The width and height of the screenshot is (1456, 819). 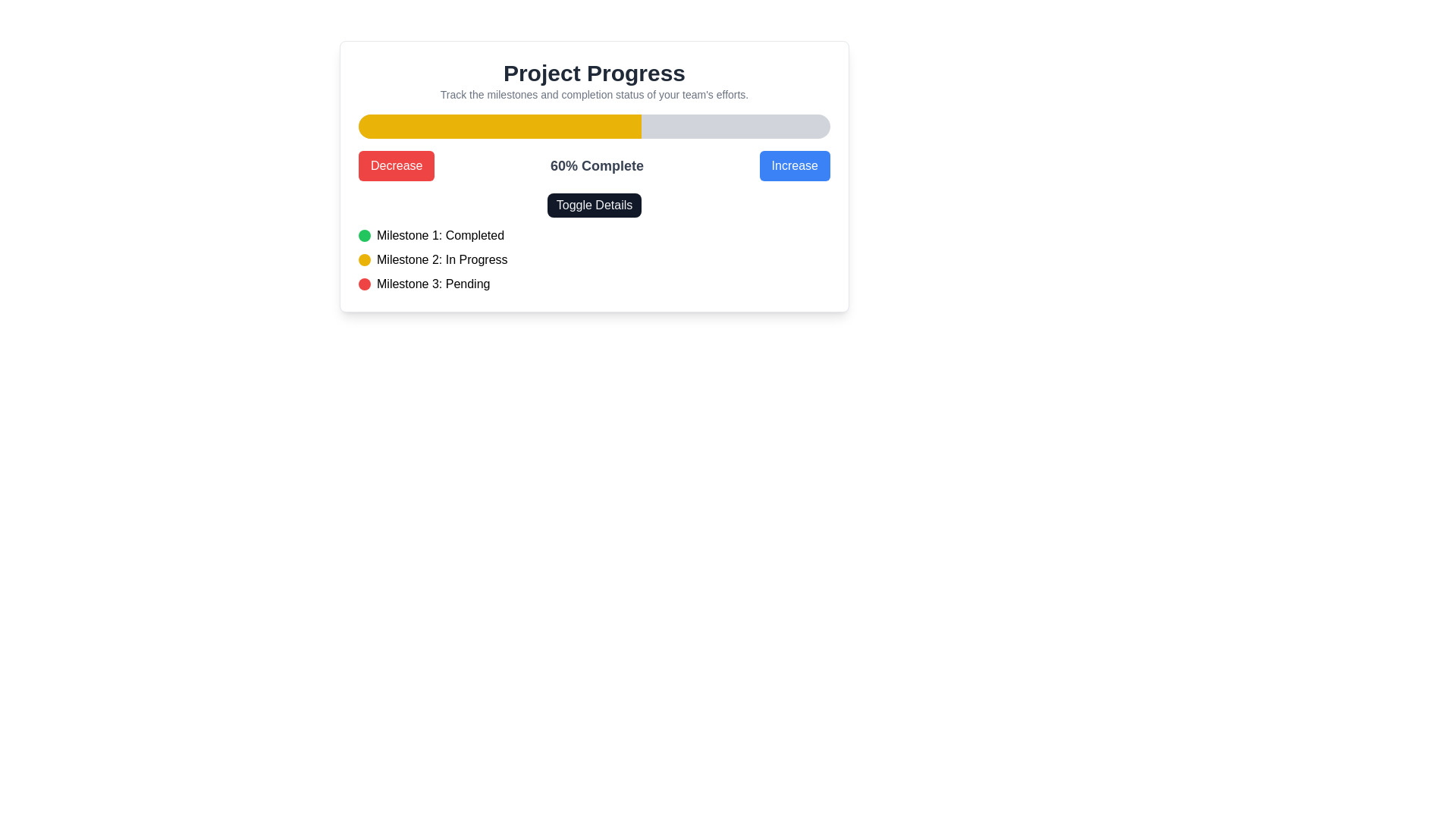 What do you see at coordinates (596, 166) in the screenshot?
I see `the static text label displaying '60% Complete' located centrally beneath the progress bar, between the 'Decrease' and 'Increase' buttons` at bounding box center [596, 166].